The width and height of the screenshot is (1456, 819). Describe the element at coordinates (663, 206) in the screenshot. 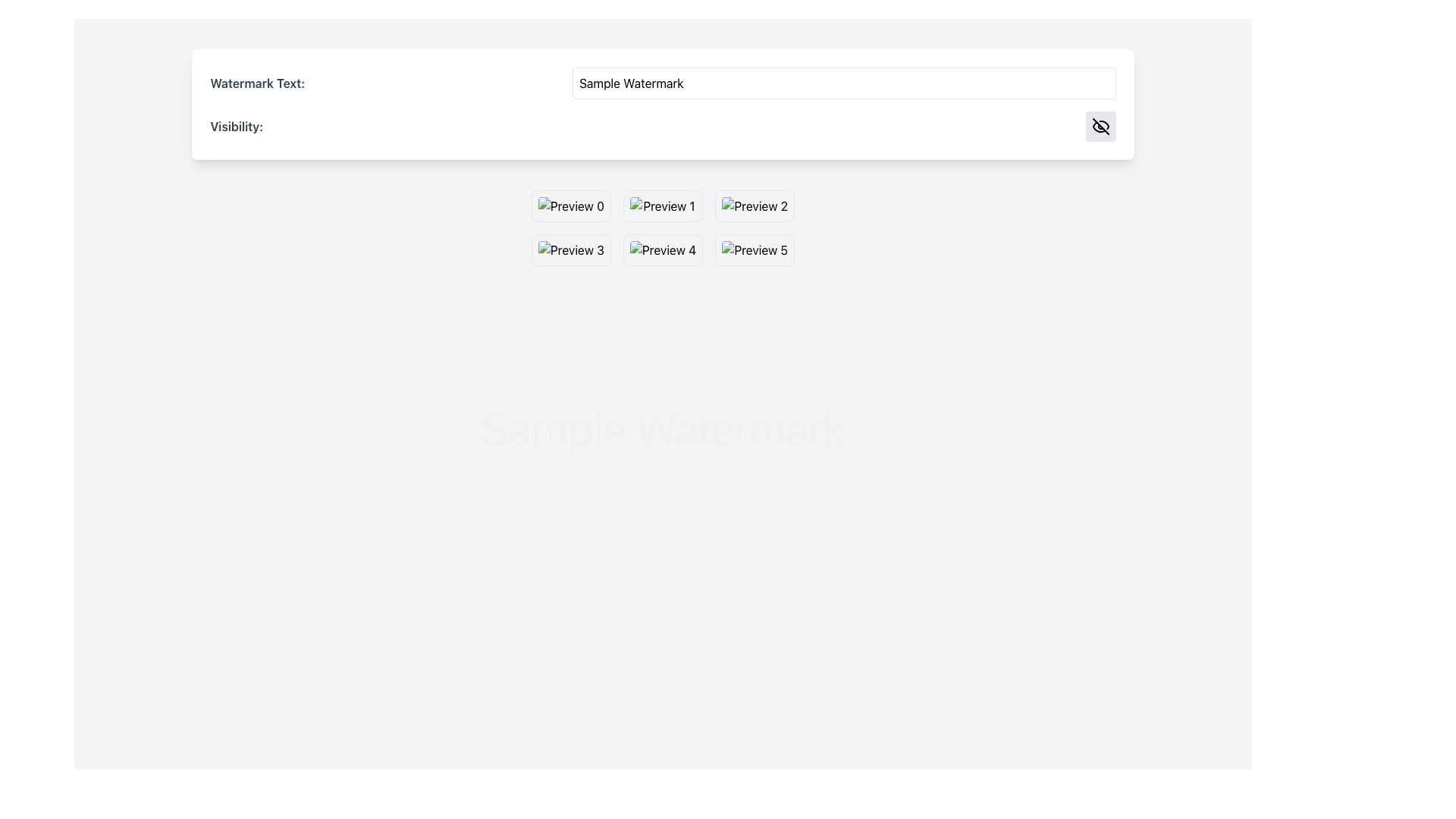

I see `the 'Preview 1' Image Preview Thumbnail, which is the second thumbnail in the top row` at that location.